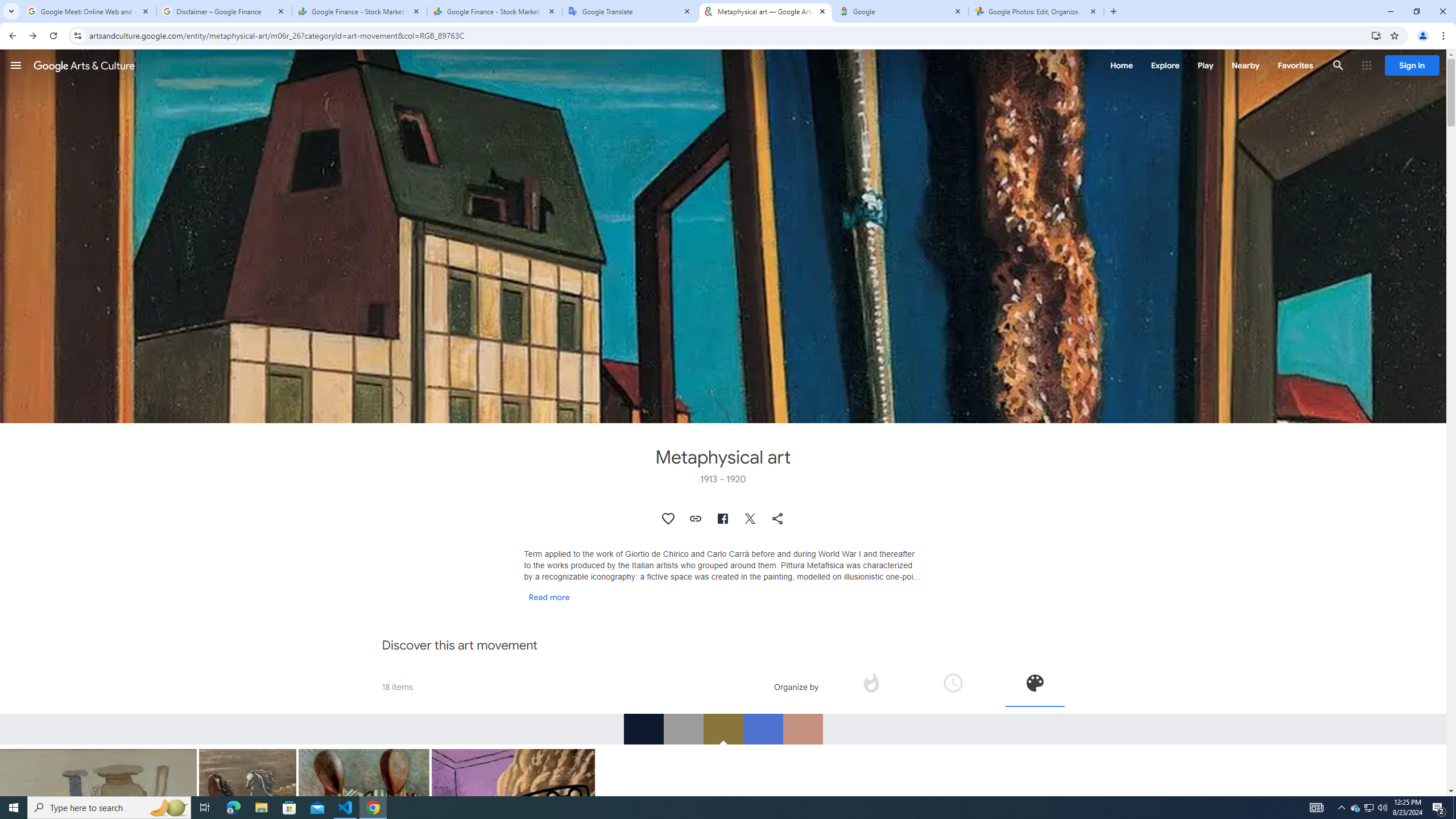 The width and height of the screenshot is (1456, 819). What do you see at coordinates (723, 518) in the screenshot?
I see `'Share on Facebook'` at bounding box center [723, 518].